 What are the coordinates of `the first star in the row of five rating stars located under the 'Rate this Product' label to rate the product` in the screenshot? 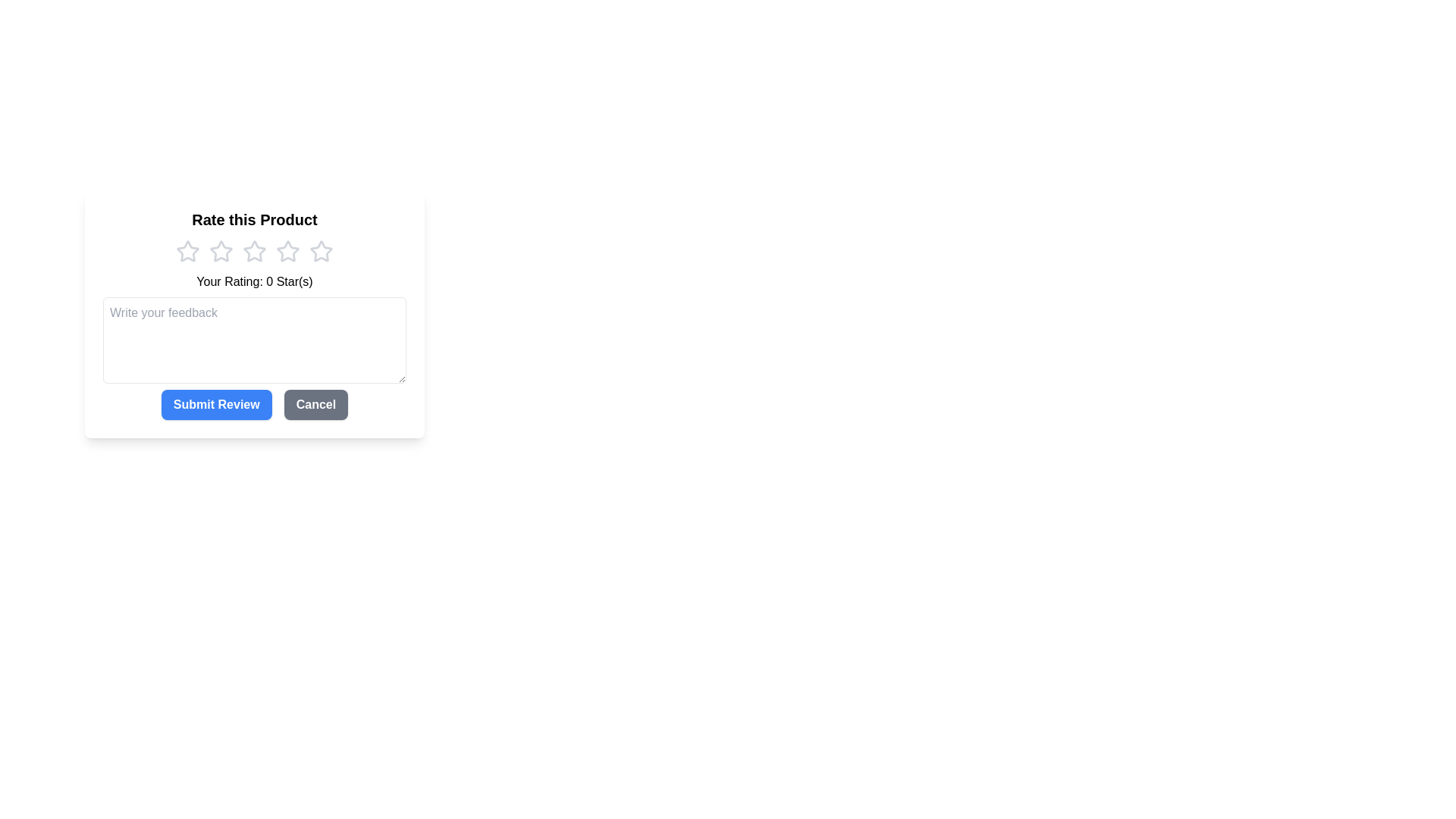 It's located at (187, 250).